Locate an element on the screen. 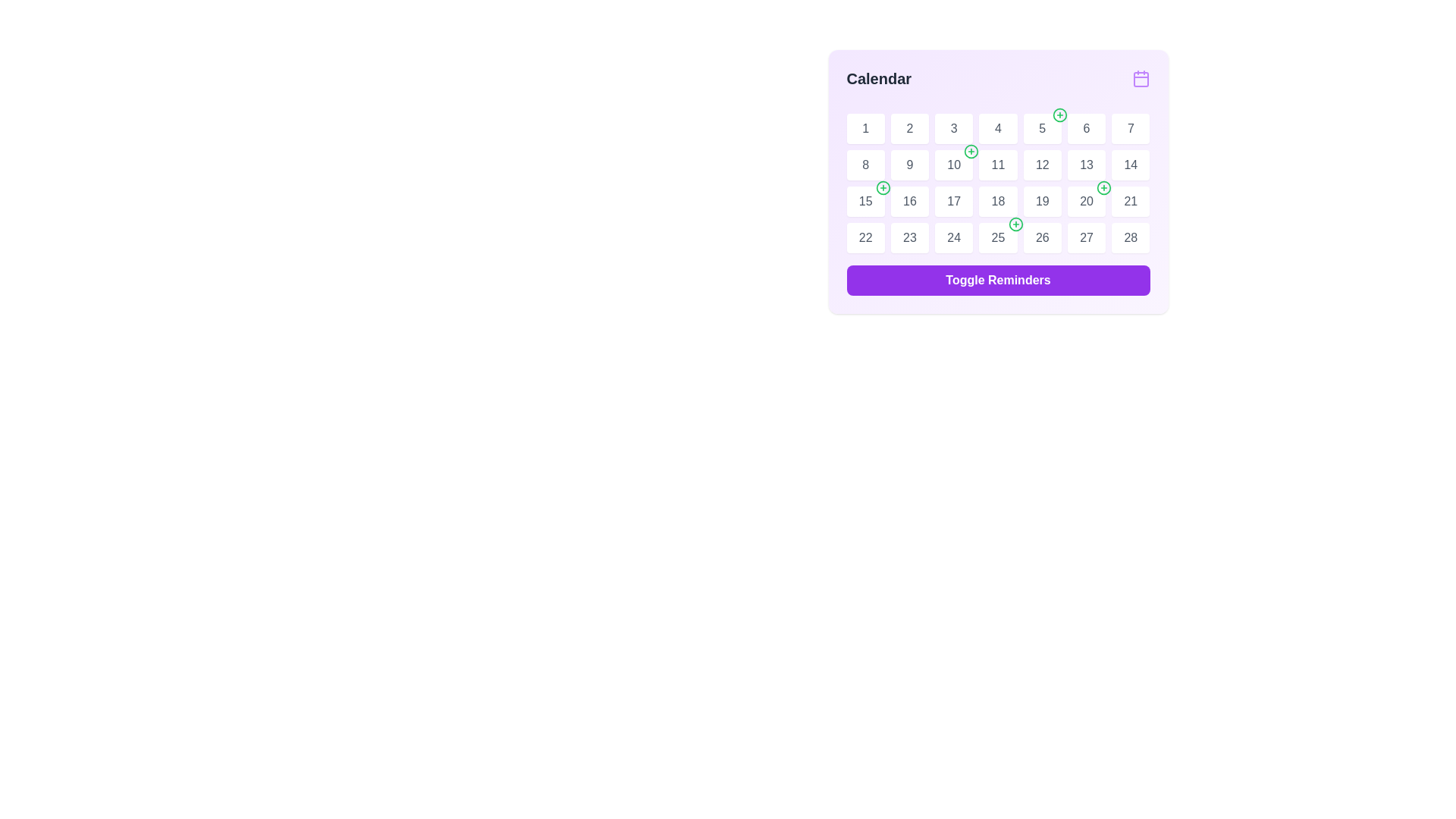  the numeral '17' which is styled in light gray and located in the third row, third column of the calendar grid is located at coordinates (953, 200).